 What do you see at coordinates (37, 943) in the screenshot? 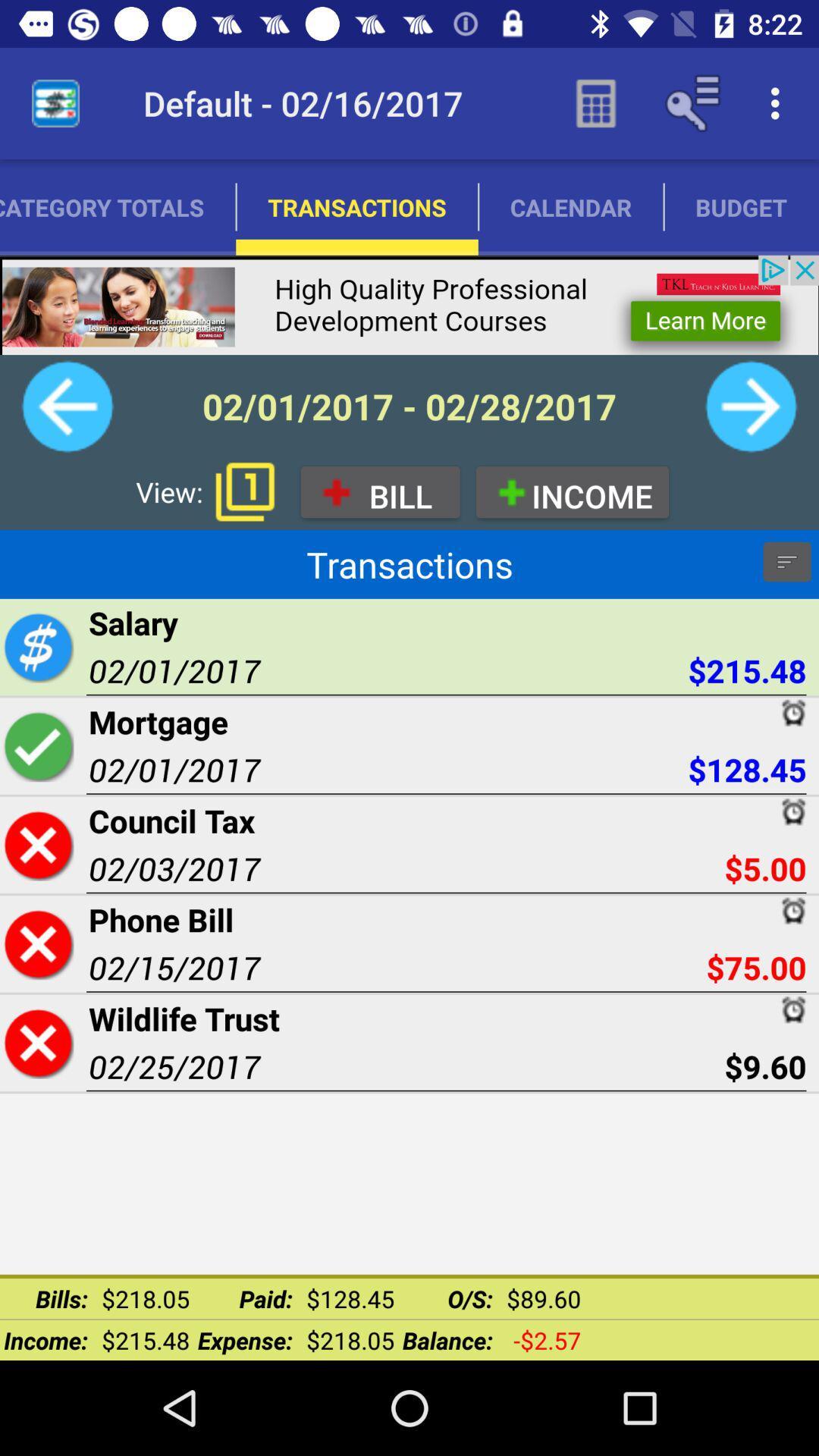
I see `delete transaction` at bounding box center [37, 943].